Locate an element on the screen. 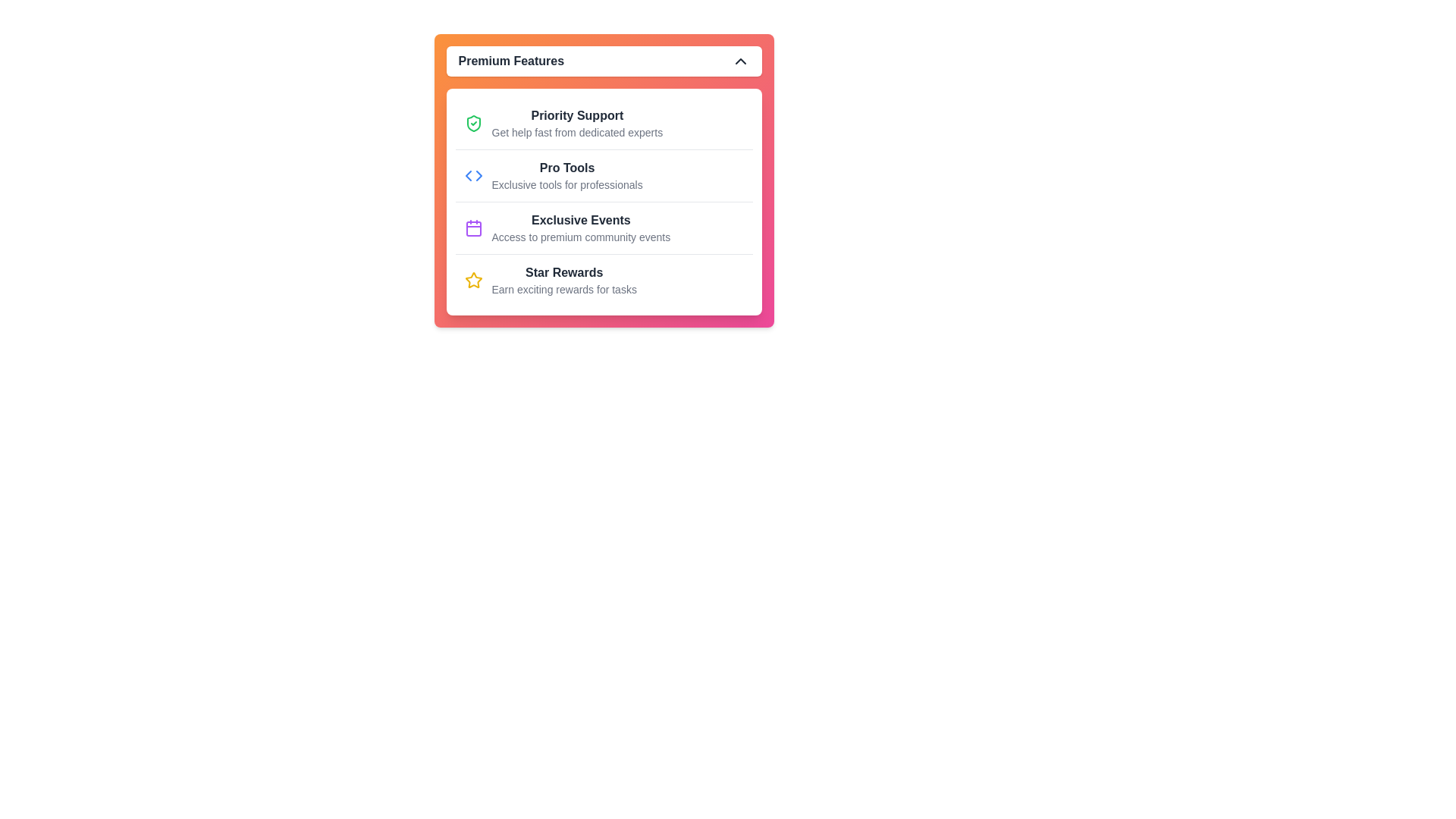  the star-shaped icon with a bright yellow color that is located to the left of the 'Star Rewards' text label in the 'Premium Features' panel is located at coordinates (472, 281).